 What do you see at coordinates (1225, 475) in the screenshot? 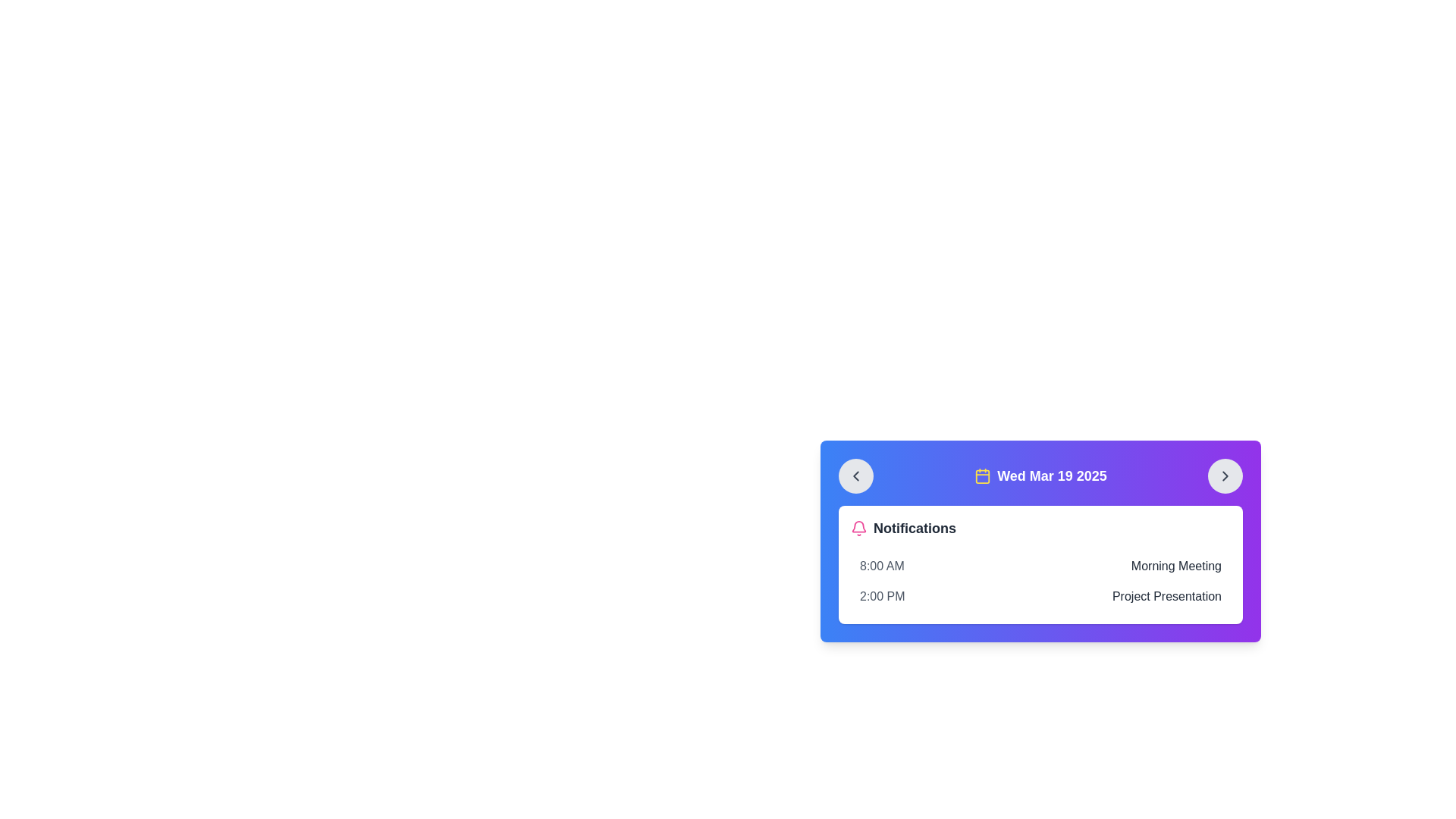
I see `the rightmost navigation button in the header section to move to the next date in the calendar` at bounding box center [1225, 475].